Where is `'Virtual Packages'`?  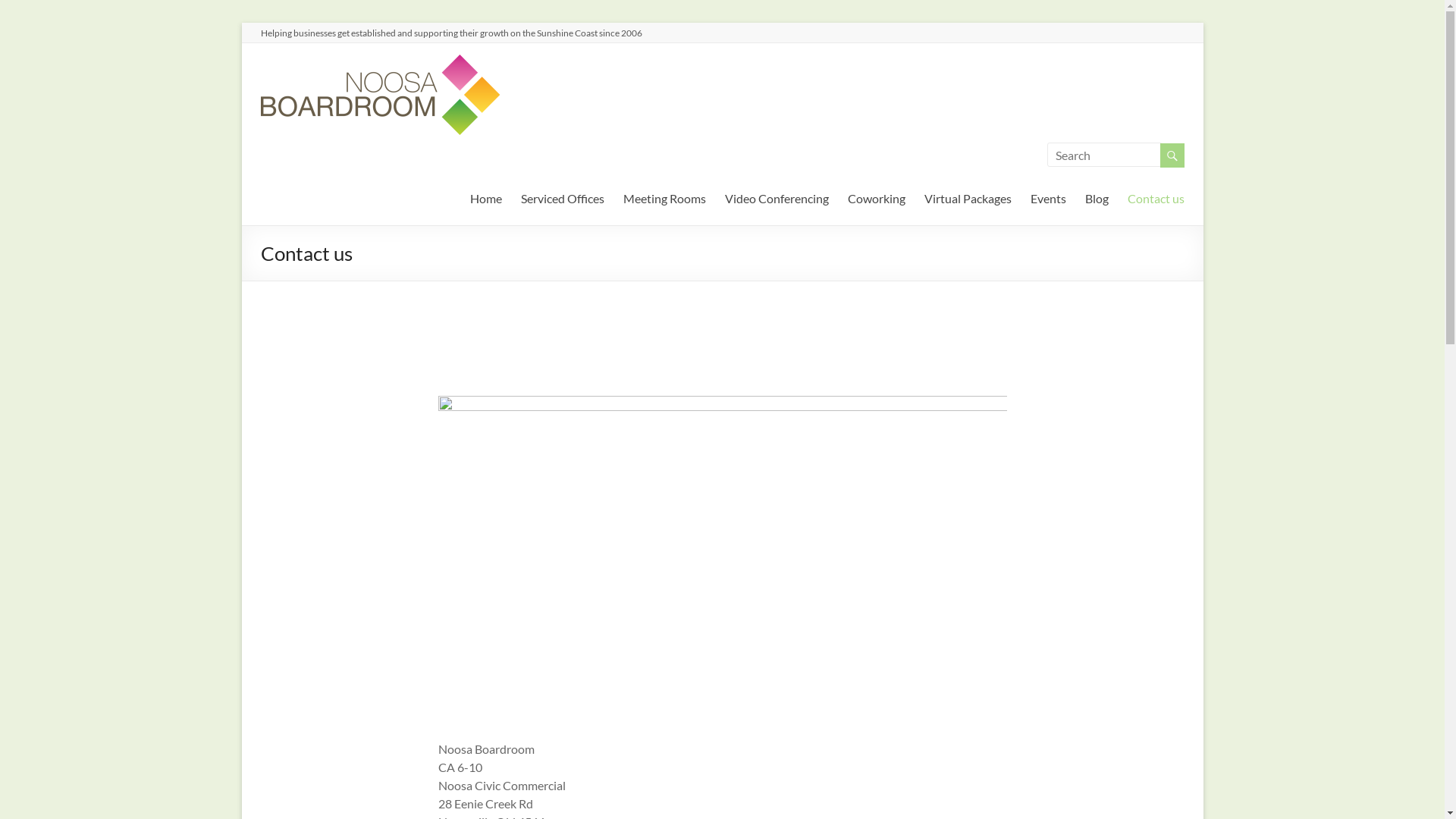
'Virtual Packages' is located at coordinates (966, 195).